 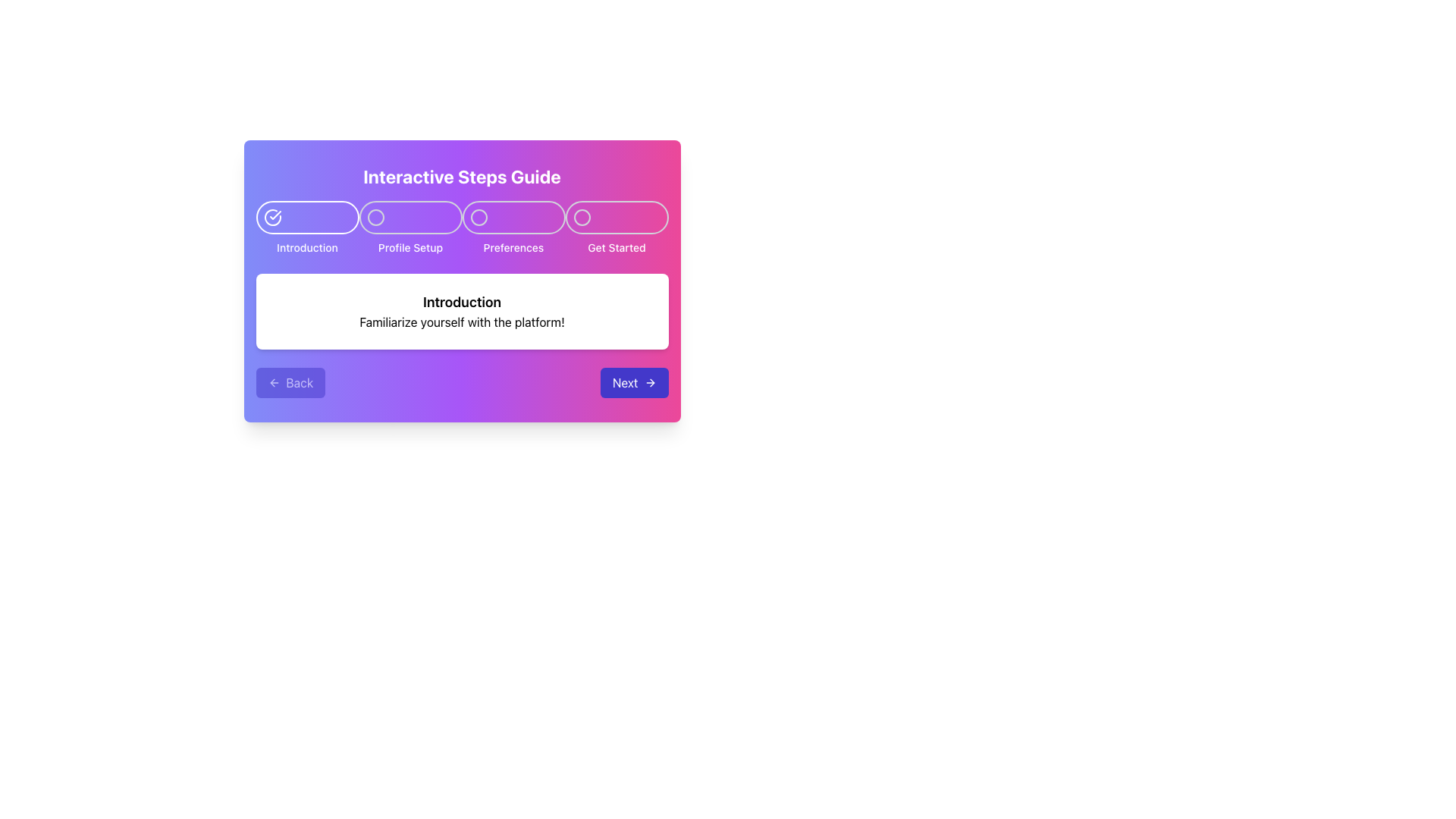 I want to click on the right-facing arrow icon located next to the 'Next' button at the bottom-right corner of the modal window, so click(x=651, y=382).